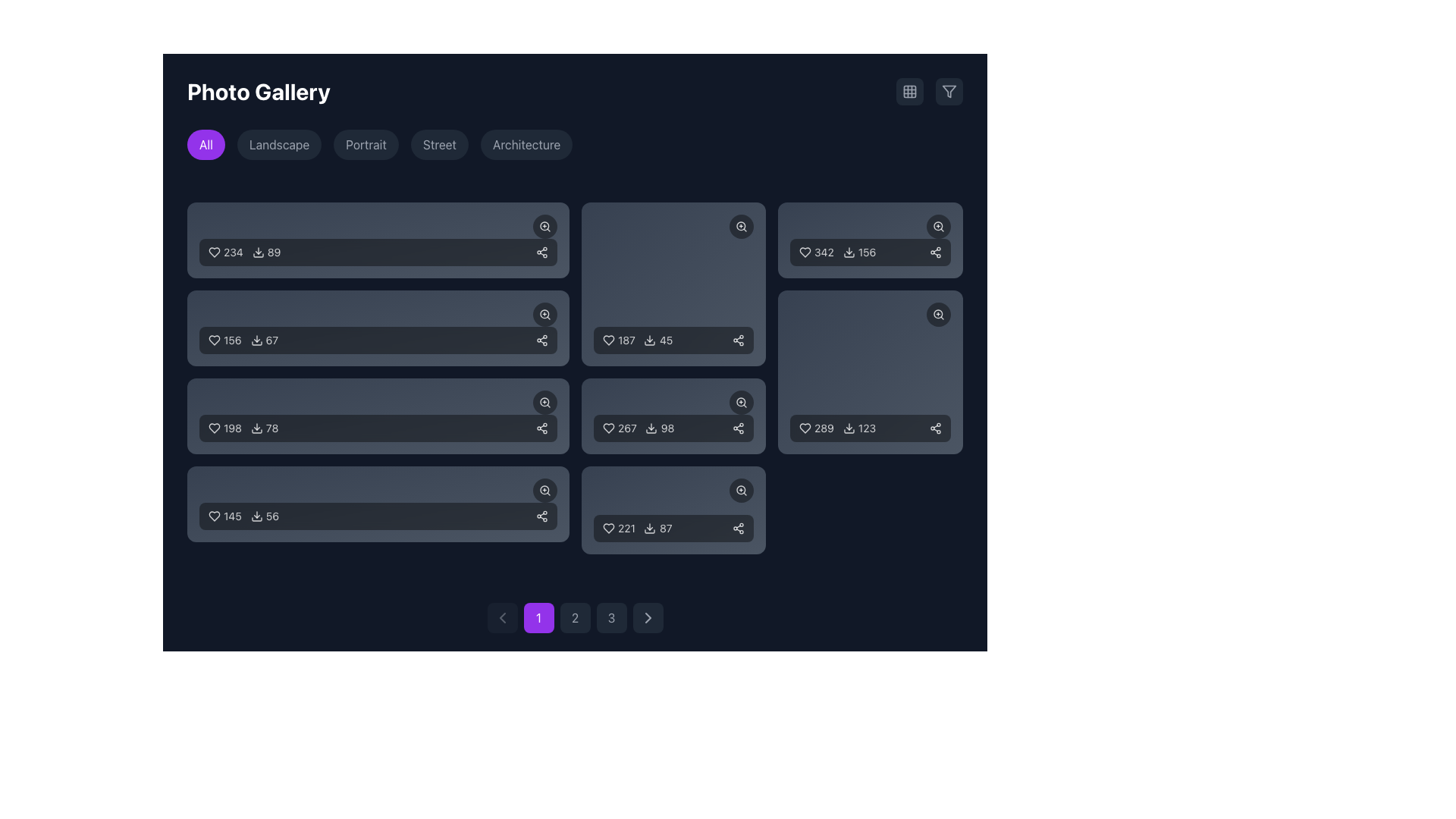 This screenshot has width=1456, height=819. Describe the element at coordinates (544, 490) in the screenshot. I see `the primary circular graphical component within the magnifying glass icon located in the bottom right corner of the tile displaying '145' likes and '56' downloads` at that location.